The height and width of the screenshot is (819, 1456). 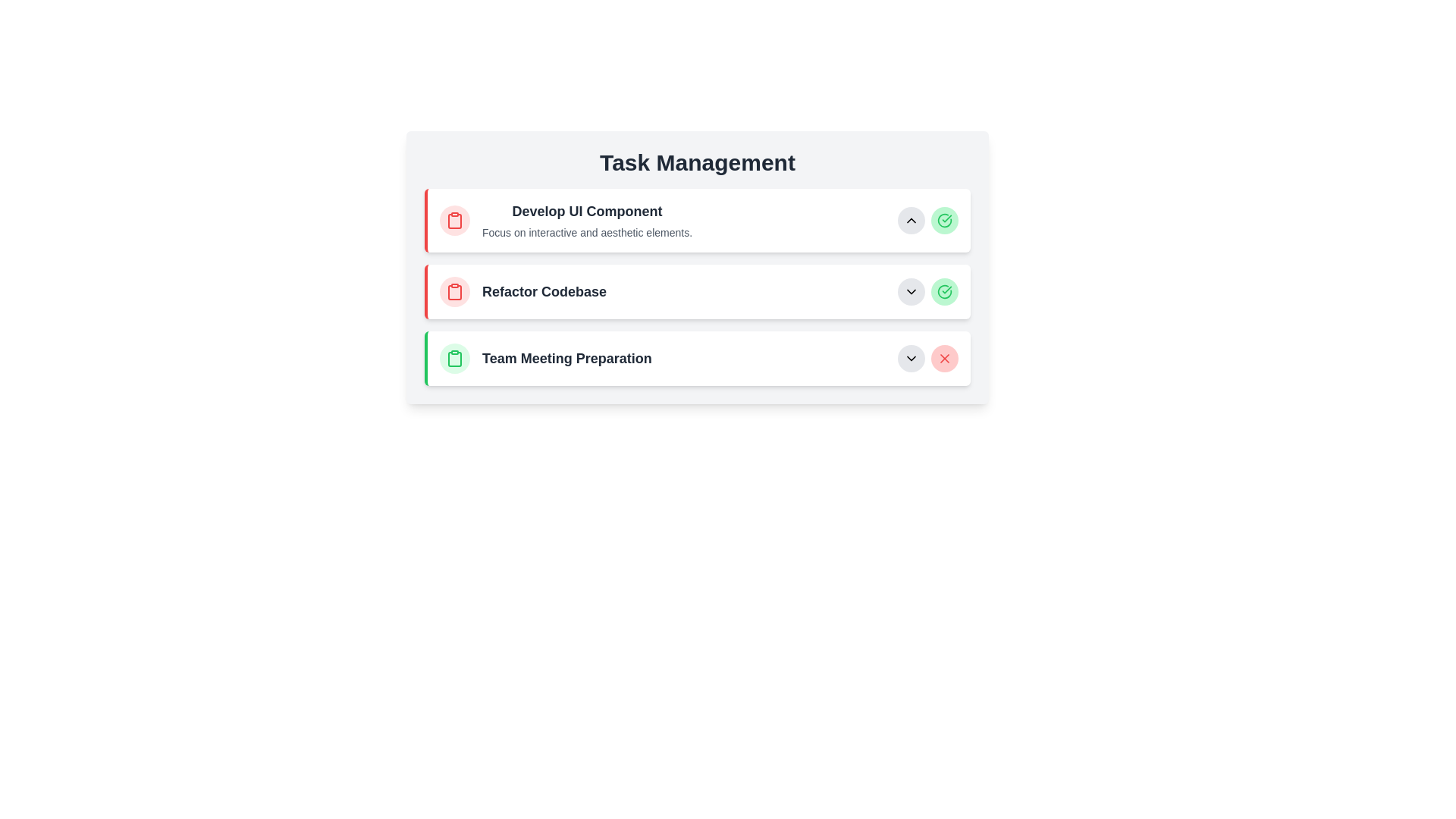 What do you see at coordinates (544, 292) in the screenshot?
I see `text label 'Refactor Codebase' in bold, dark gray font located on the second row of the task list under 'Task Management'` at bounding box center [544, 292].